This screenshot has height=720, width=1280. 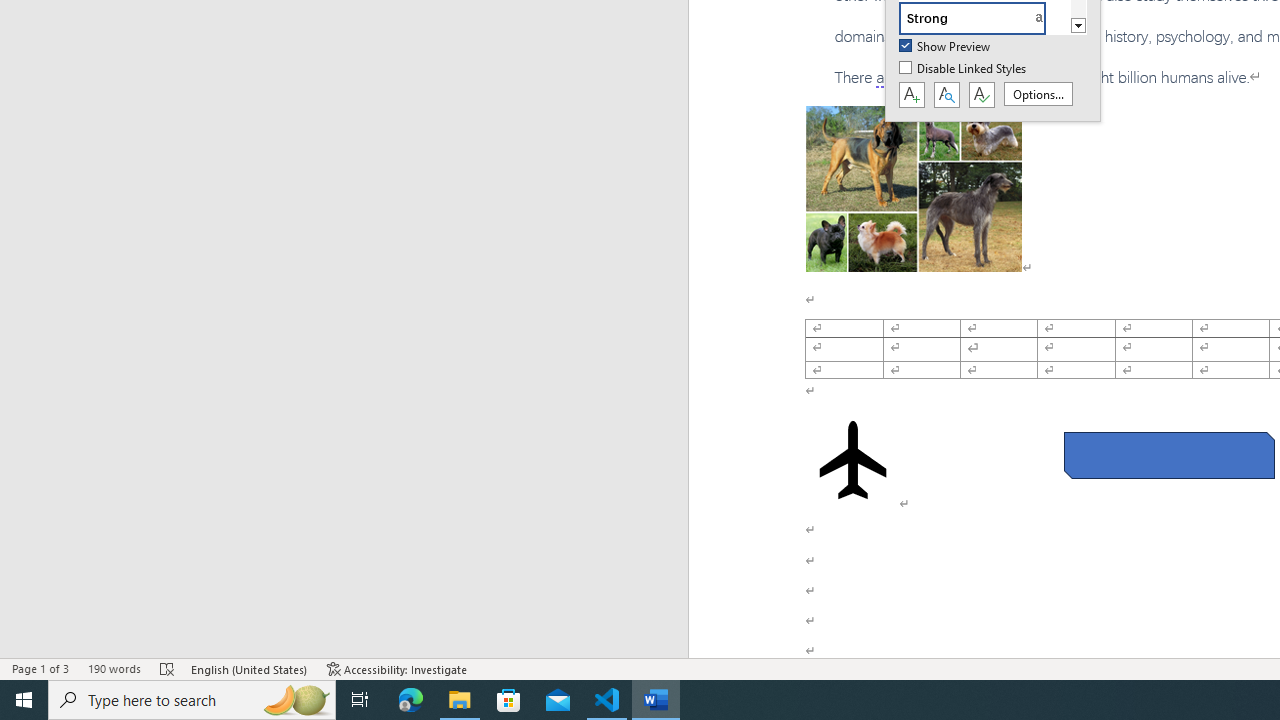 I want to click on 'Show Preview', so click(x=945, y=46).